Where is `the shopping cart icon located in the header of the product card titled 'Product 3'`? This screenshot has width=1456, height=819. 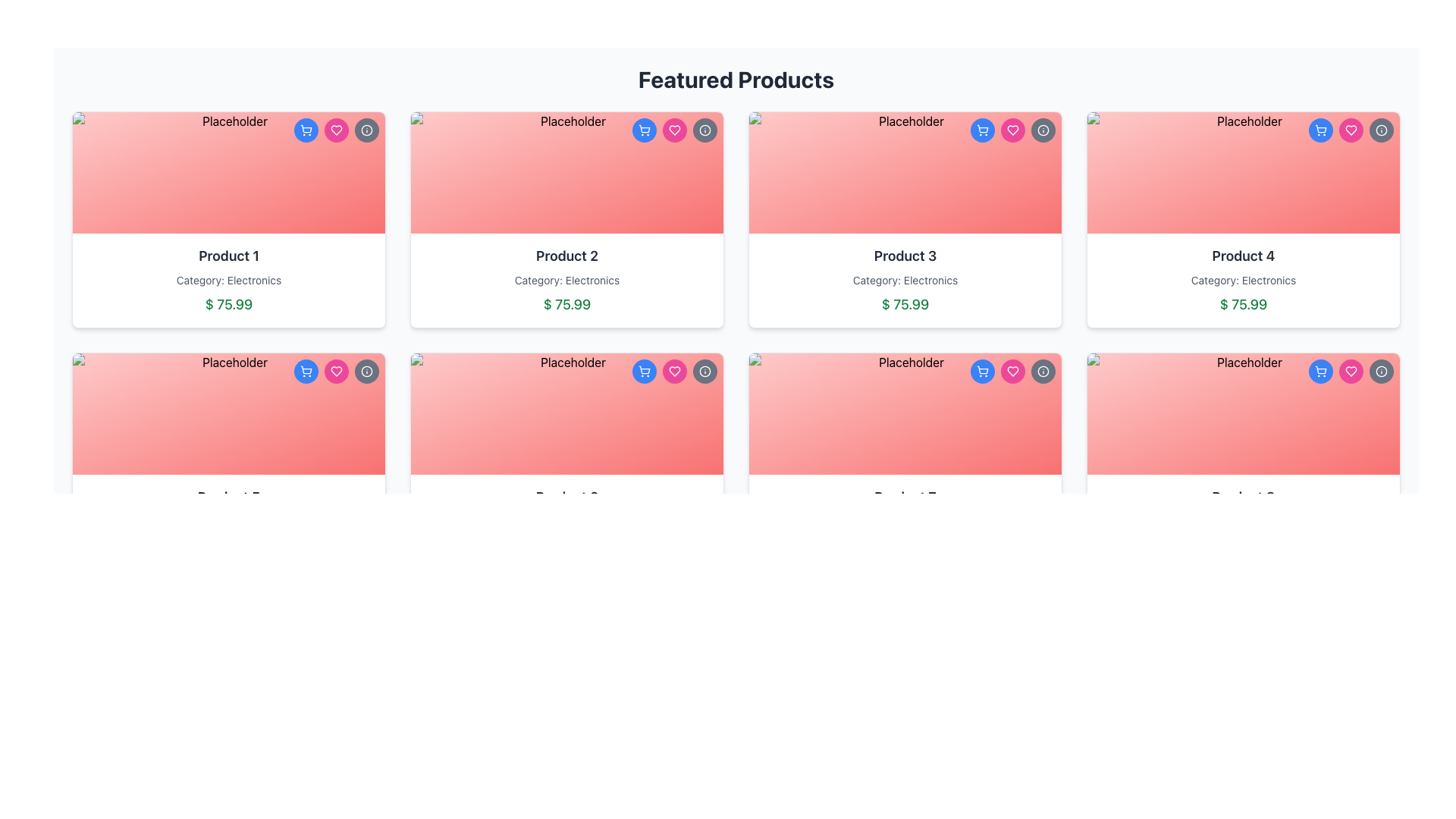 the shopping cart icon located in the header of the product card titled 'Product 3' is located at coordinates (983, 127).